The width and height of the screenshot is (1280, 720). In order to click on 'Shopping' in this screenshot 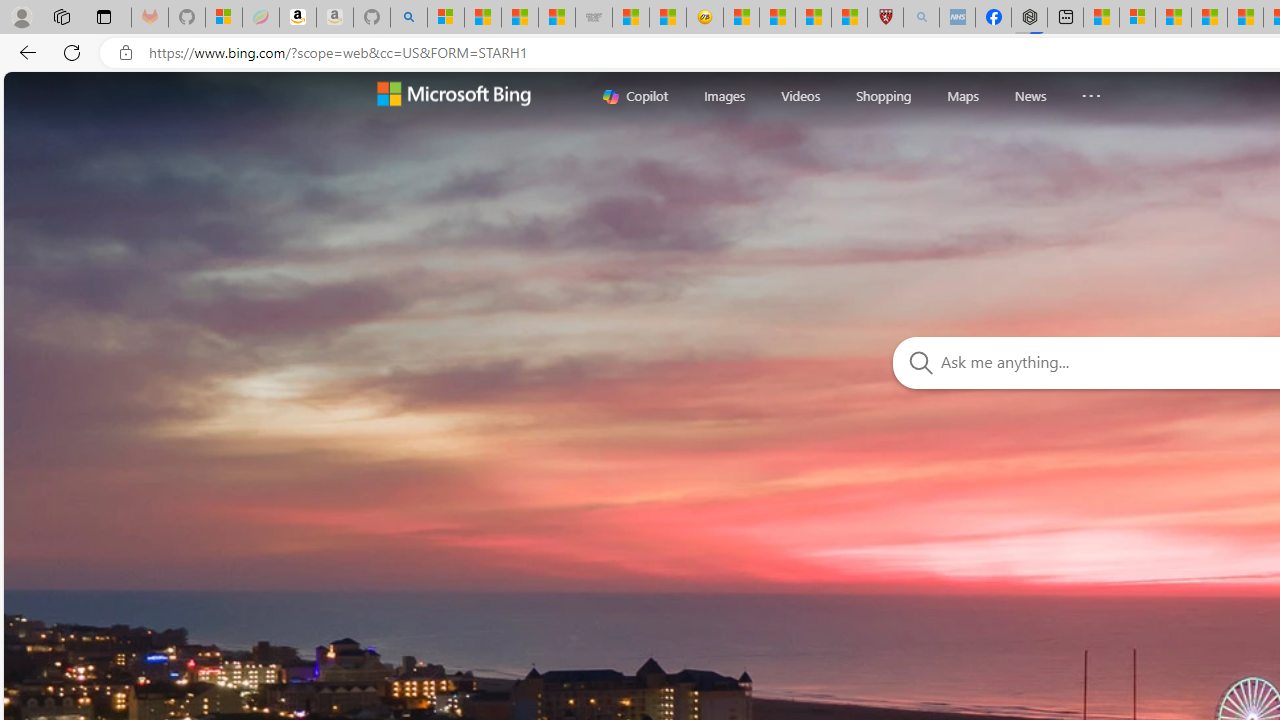, I will do `click(882, 95)`.